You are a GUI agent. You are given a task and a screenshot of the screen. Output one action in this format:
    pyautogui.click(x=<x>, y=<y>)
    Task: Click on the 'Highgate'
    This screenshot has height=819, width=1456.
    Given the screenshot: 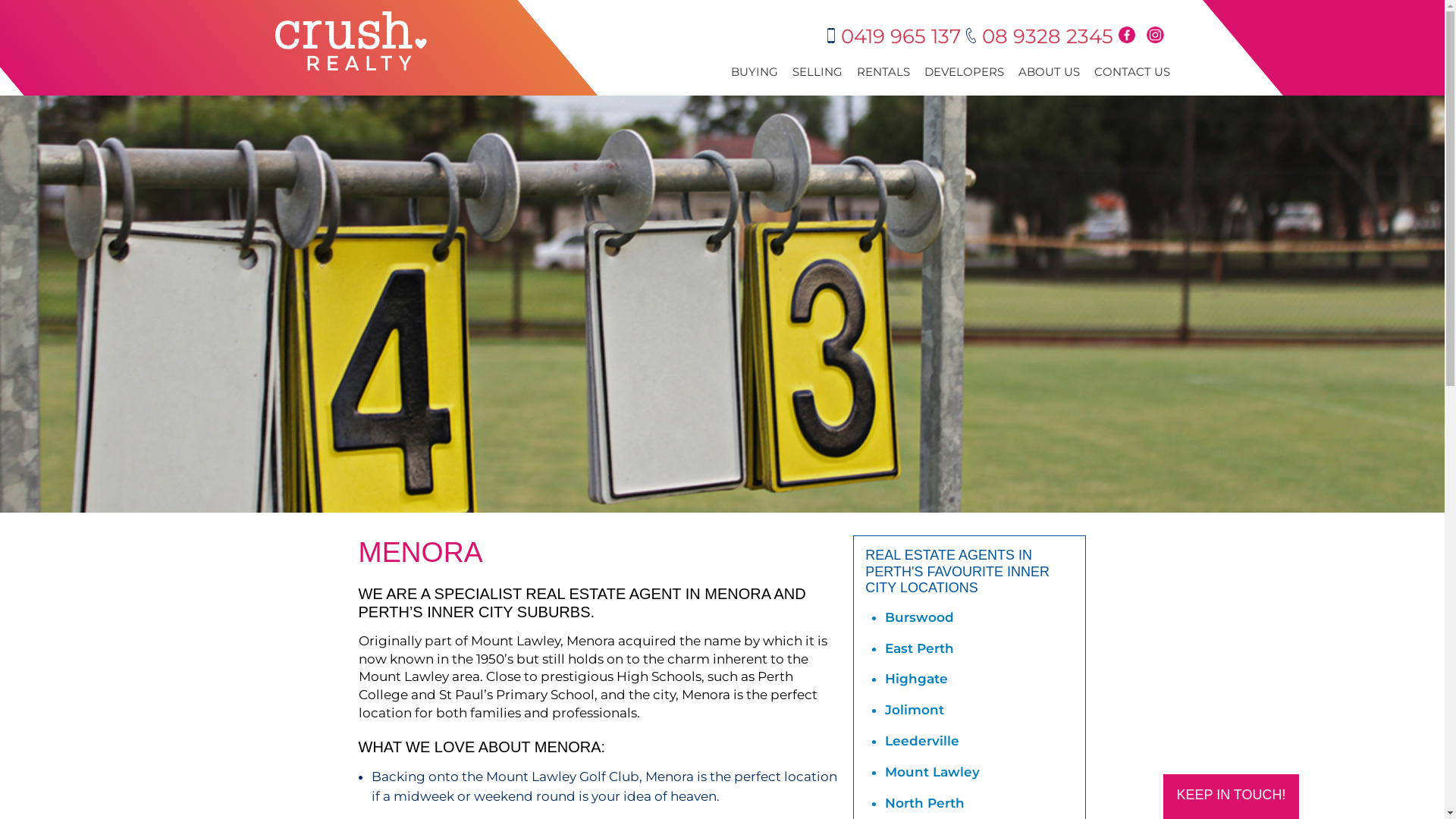 What is the action you would take?
    pyautogui.click(x=915, y=677)
    